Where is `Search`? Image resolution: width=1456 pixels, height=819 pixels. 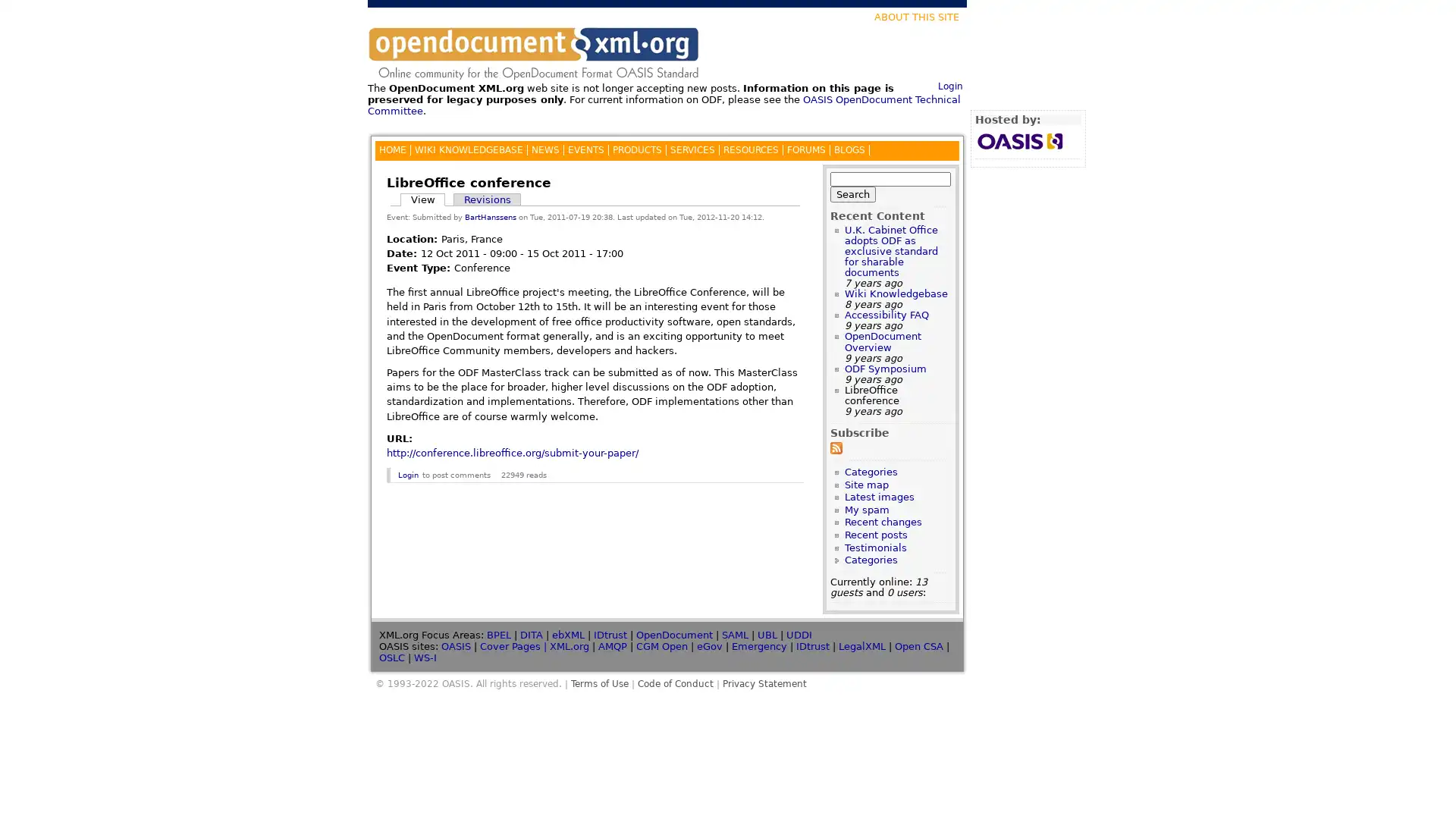
Search is located at coordinates (852, 193).